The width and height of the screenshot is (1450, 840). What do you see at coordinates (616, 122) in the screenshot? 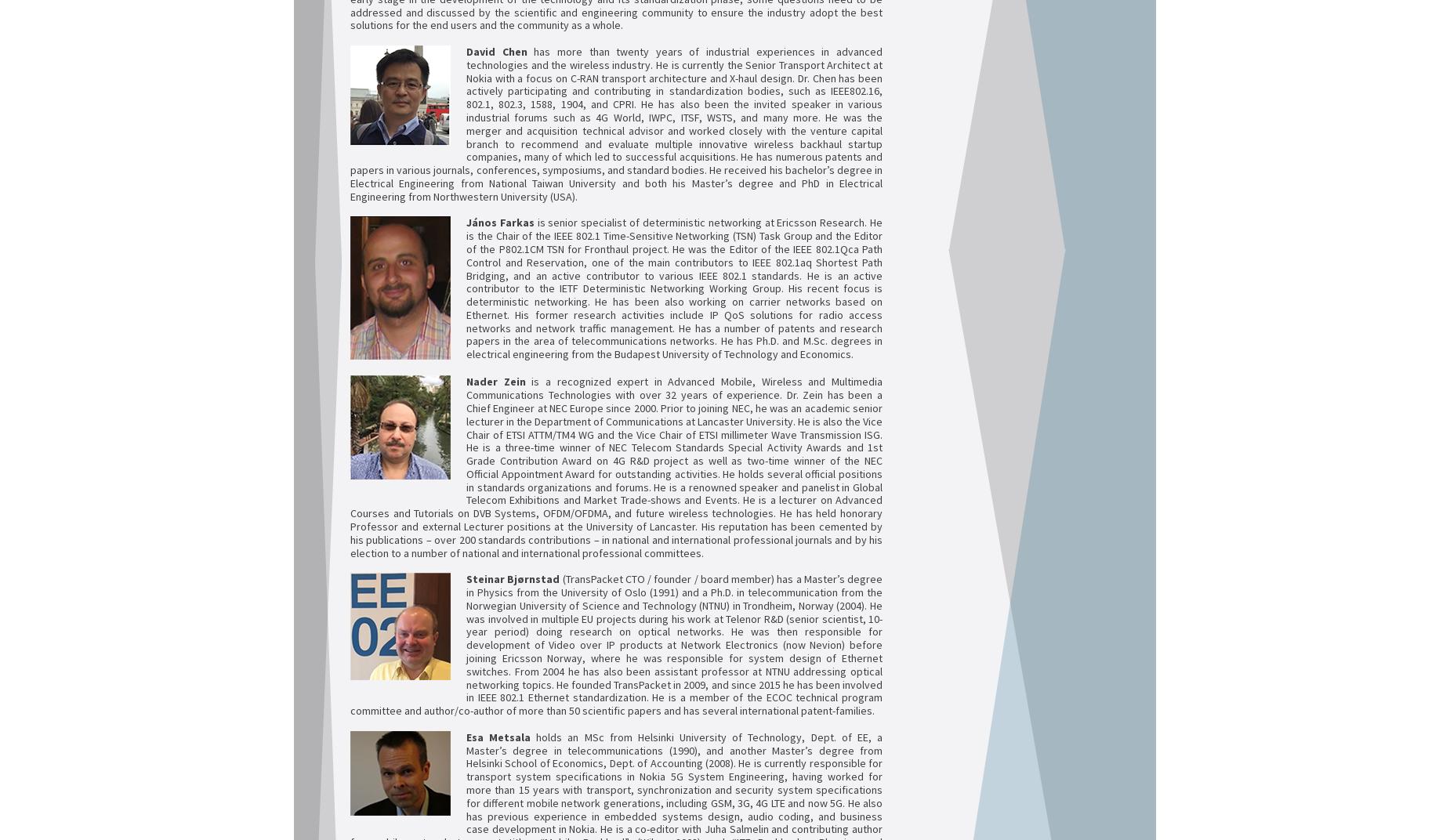
I see `'has more than twenty years of industrial experiences in advanced technologies and the wireless industry. He is currently the Senior Transport Architect at Nokia with a focus on C-RAN transport architecture and X-haul design. Dr. Chen has been actively participating and contributing in standardization bodies, such as IEEE802.16, 802.1, 802.3, 1588, 1904, and CPRI. He has also been the invited speaker in various industrial forums such as 4G World, IWPC, ITSF, WSTS, and many more. He was the merger and acquisition technical advisor and worked closely with the venture capital branch to recommend and evaluate multiple innovative wireless backhaul startup companies, many of which led to successful acquisitions. He has numerous patents and papers in various journals, conferences, symposiums, and standard bodies. He received his bachelor’s degree in Electrical Engineering from National Taiwan University and both his Master’s degree and PhD in Electrical Engineering from Northwestern University (USA).'` at bounding box center [616, 122].